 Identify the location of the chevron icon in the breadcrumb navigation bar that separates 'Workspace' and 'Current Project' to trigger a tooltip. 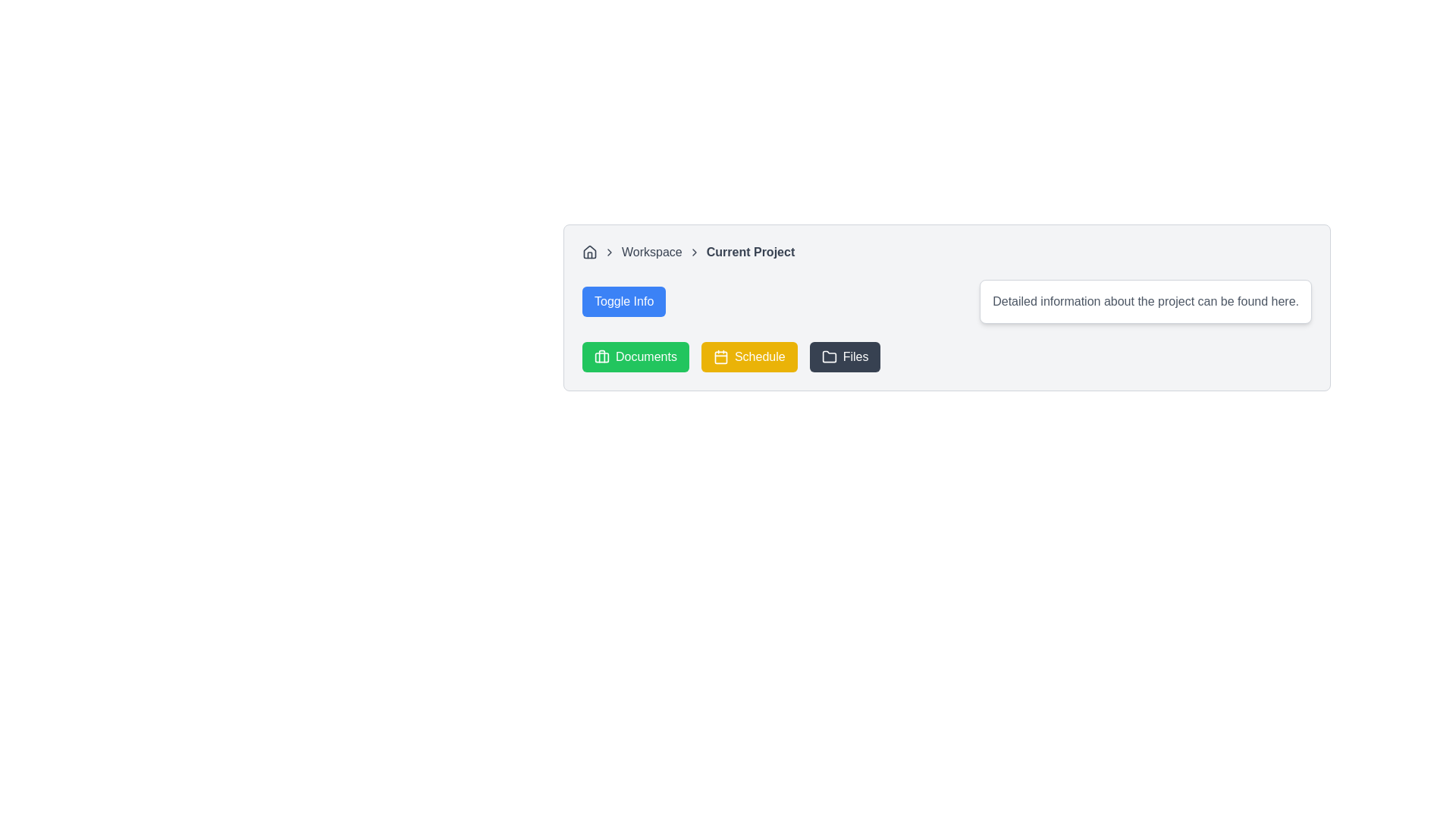
(693, 251).